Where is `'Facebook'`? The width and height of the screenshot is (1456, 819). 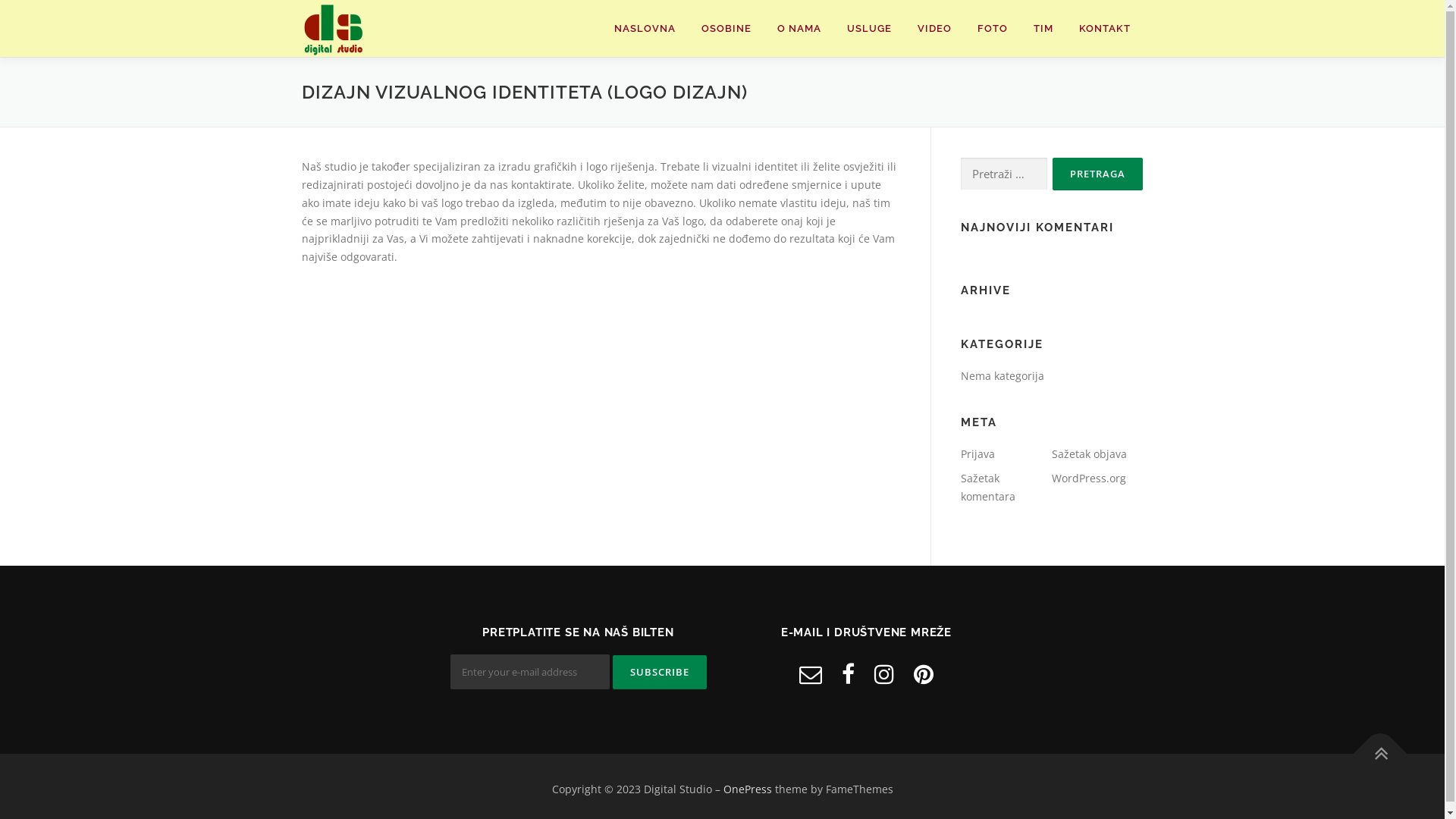 'Facebook' is located at coordinates (847, 673).